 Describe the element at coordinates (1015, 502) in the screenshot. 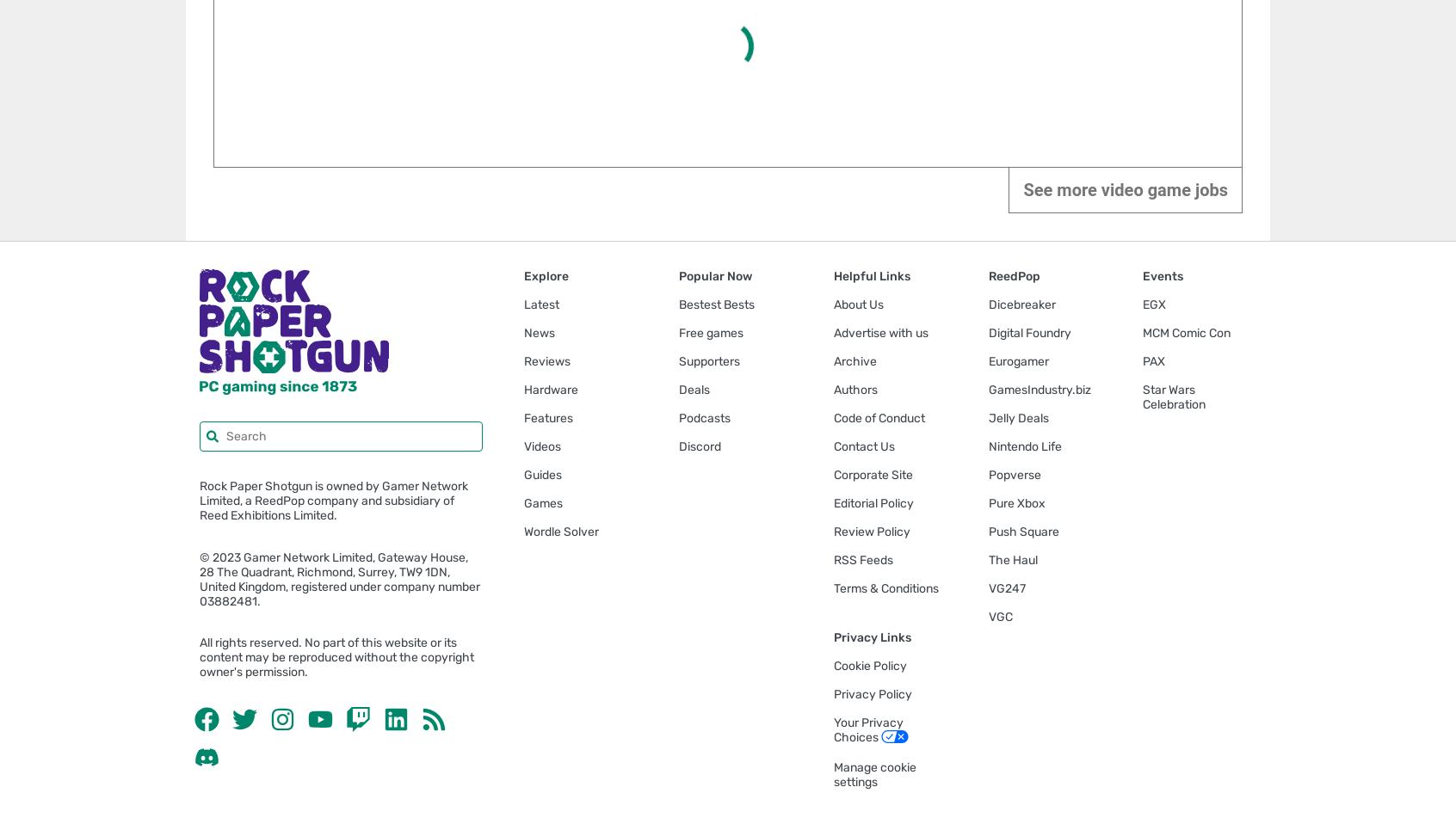

I see `'Pure Xbox'` at that location.